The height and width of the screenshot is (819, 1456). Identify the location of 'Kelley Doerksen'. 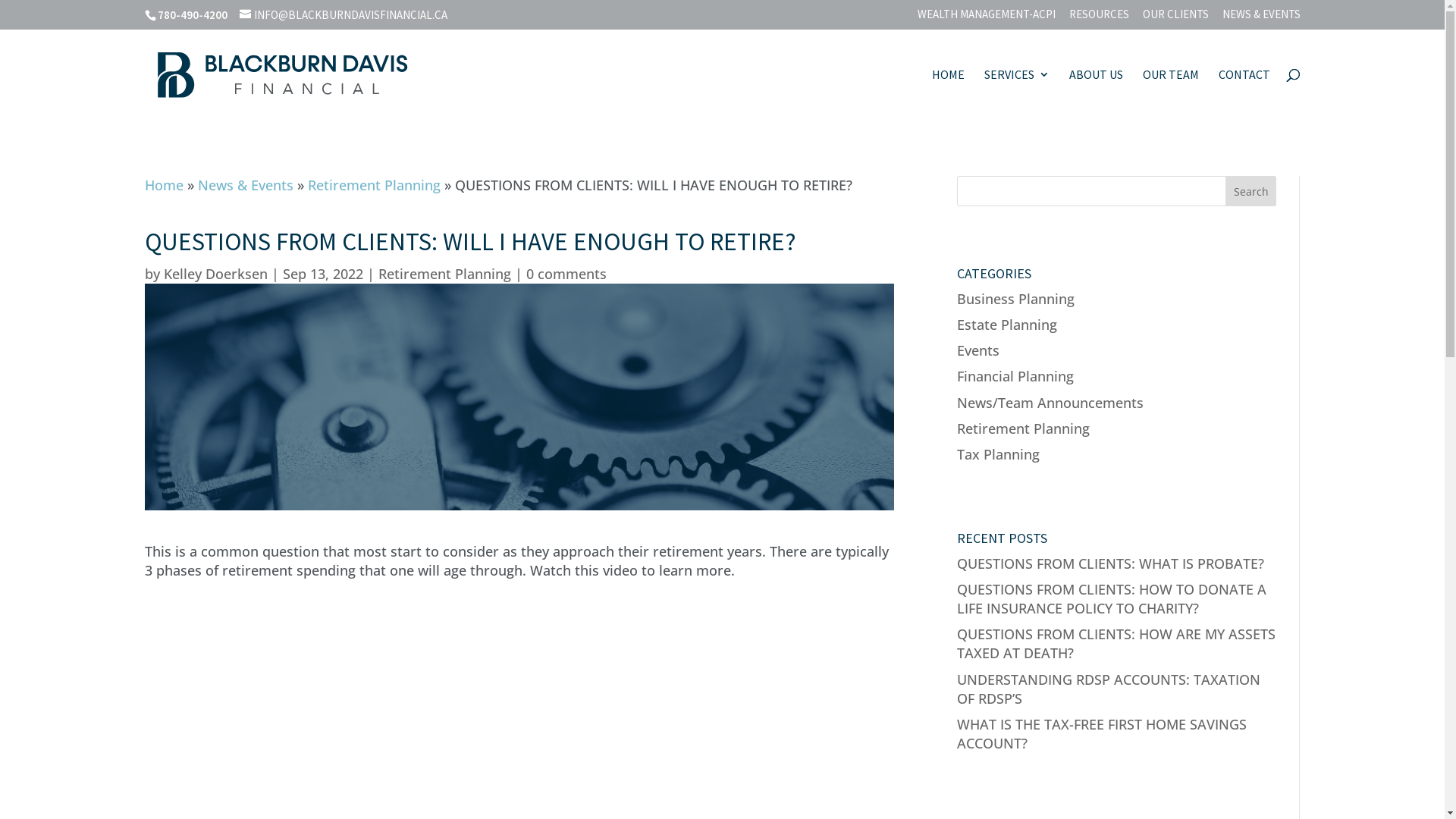
(215, 274).